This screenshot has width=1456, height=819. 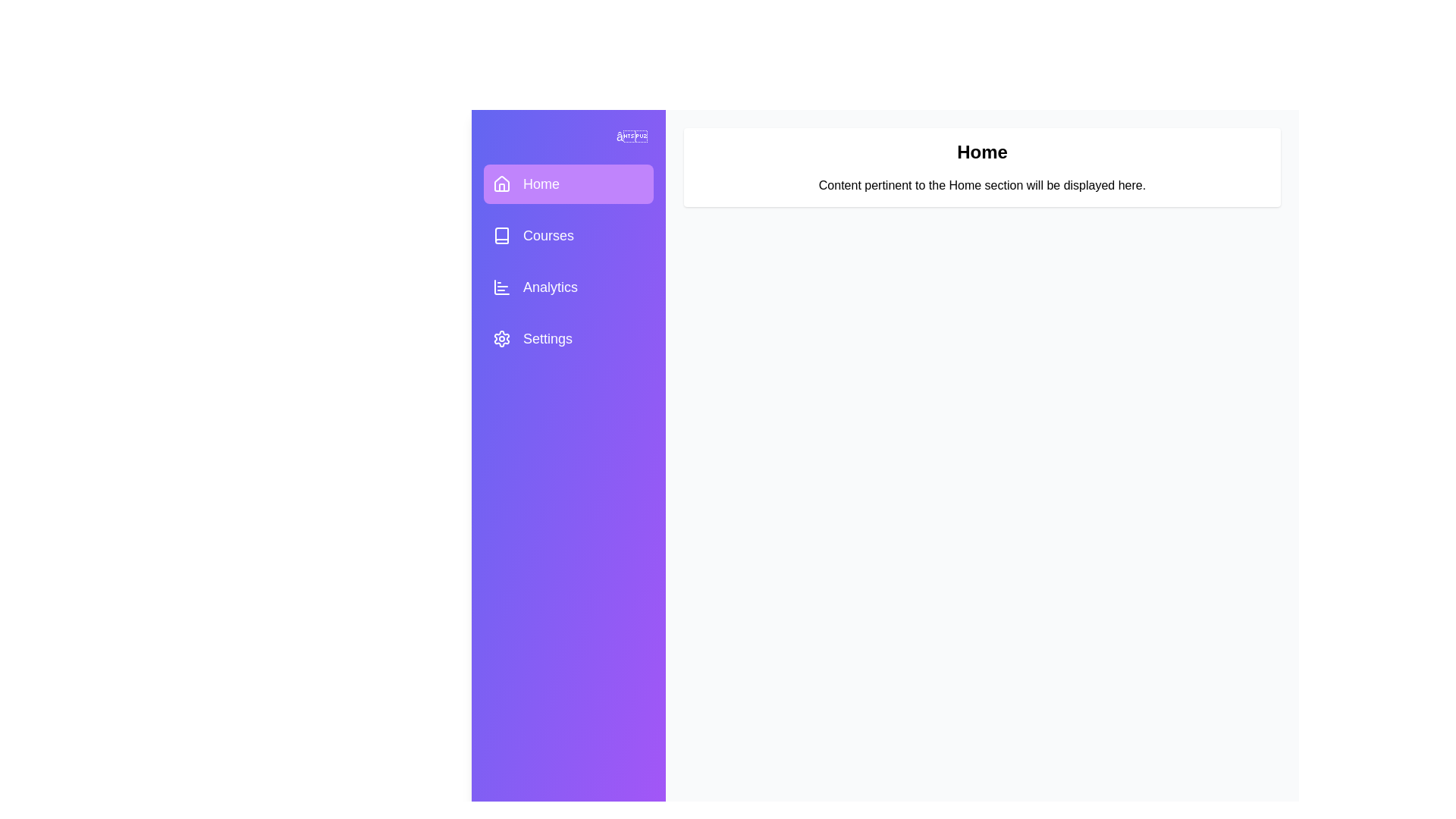 I want to click on the Courses tab to view its content, so click(x=567, y=236).